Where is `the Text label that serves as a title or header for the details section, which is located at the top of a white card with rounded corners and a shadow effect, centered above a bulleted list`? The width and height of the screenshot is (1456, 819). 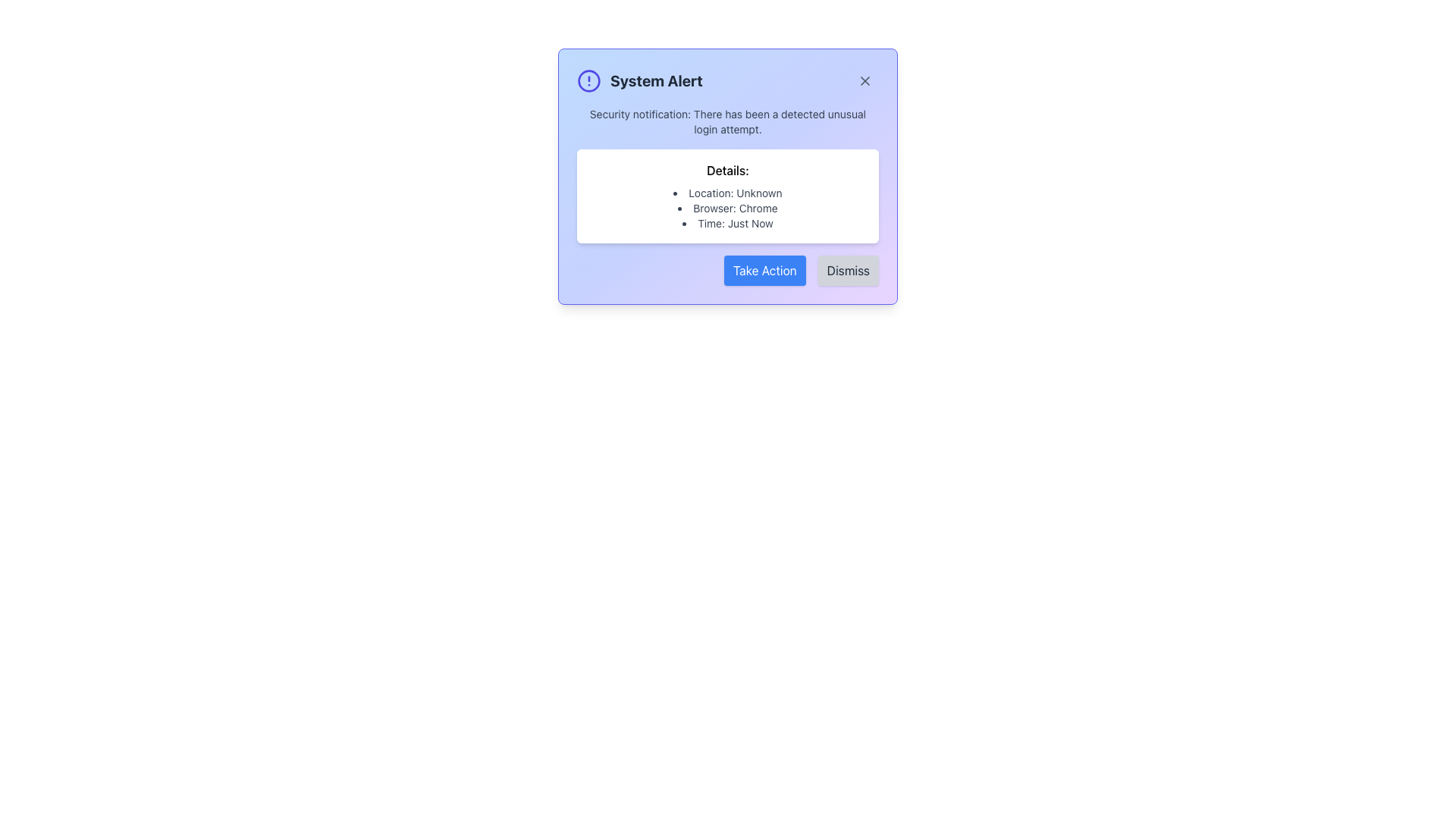
the Text label that serves as a title or header for the details section, which is located at the top of a white card with rounded corners and a shadow effect, centered above a bulleted list is located at coordinates (728, 170).